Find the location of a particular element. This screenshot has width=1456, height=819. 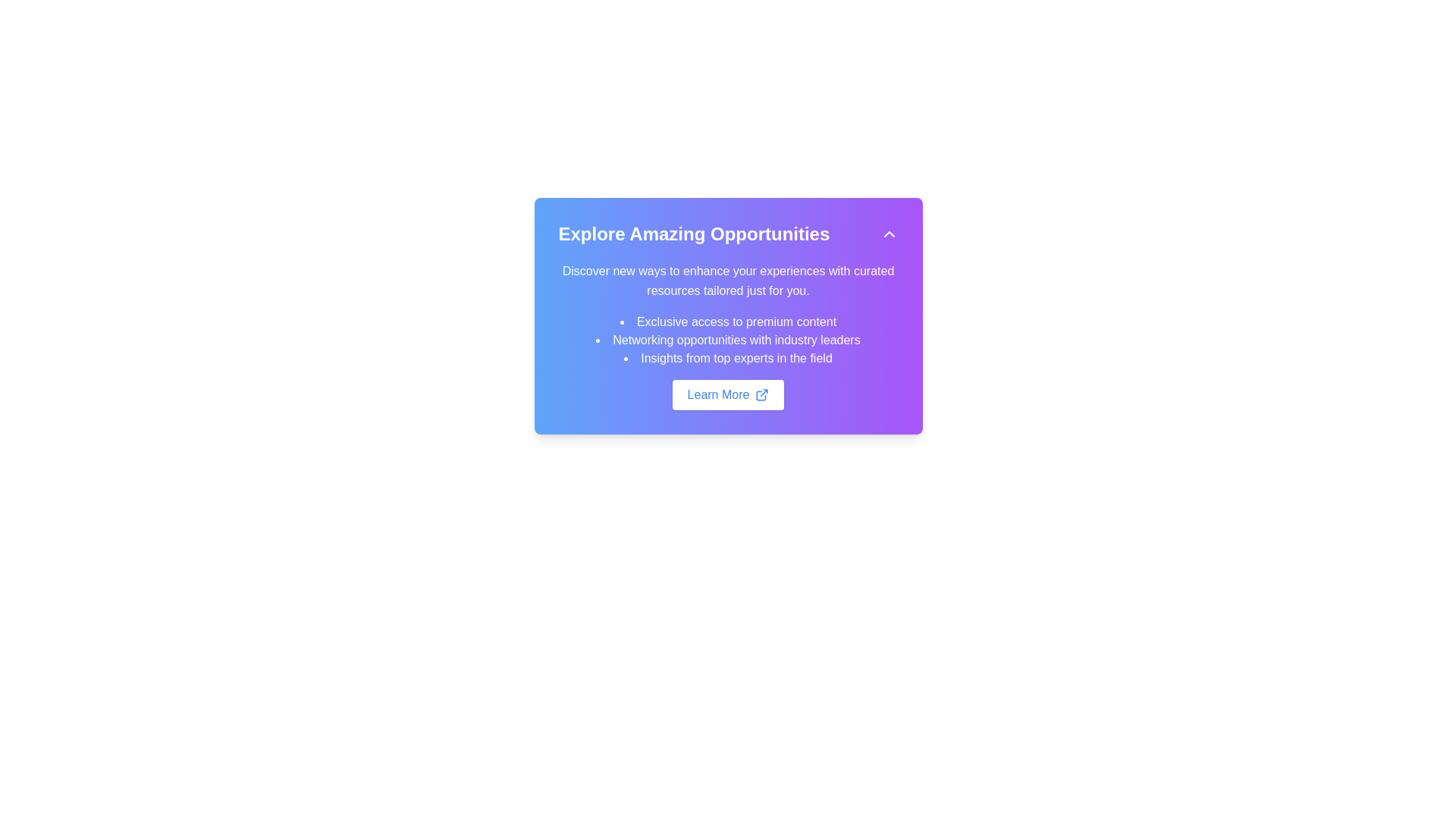

the hyperlink button located at the bottom of the content card that redirects users to a resource page for further information is located at coordinates (728, 394).